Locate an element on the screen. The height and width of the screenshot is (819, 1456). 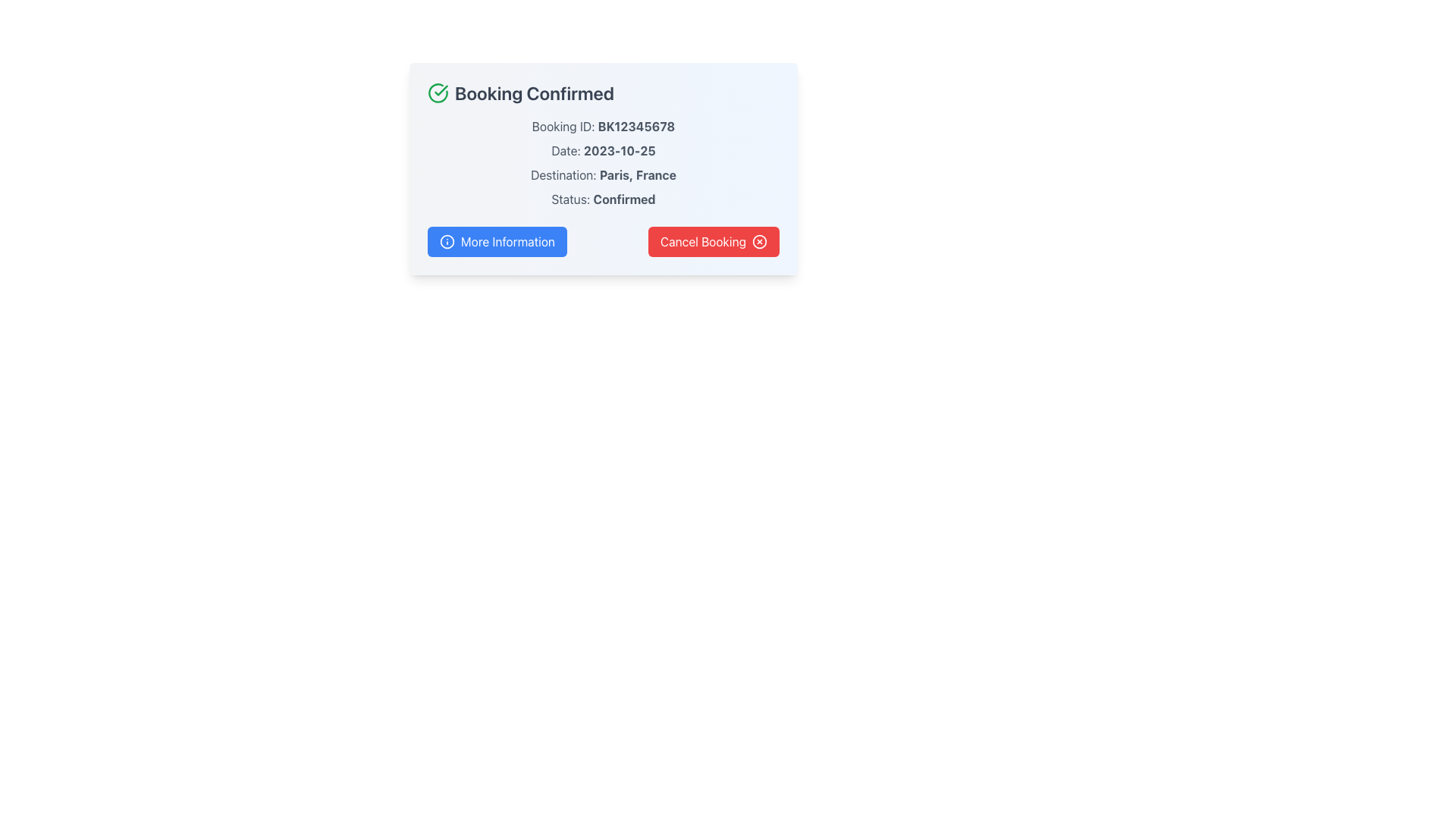
the cancel button located to the right of the 'More Information' blue button is located at coordinates (713, 241).